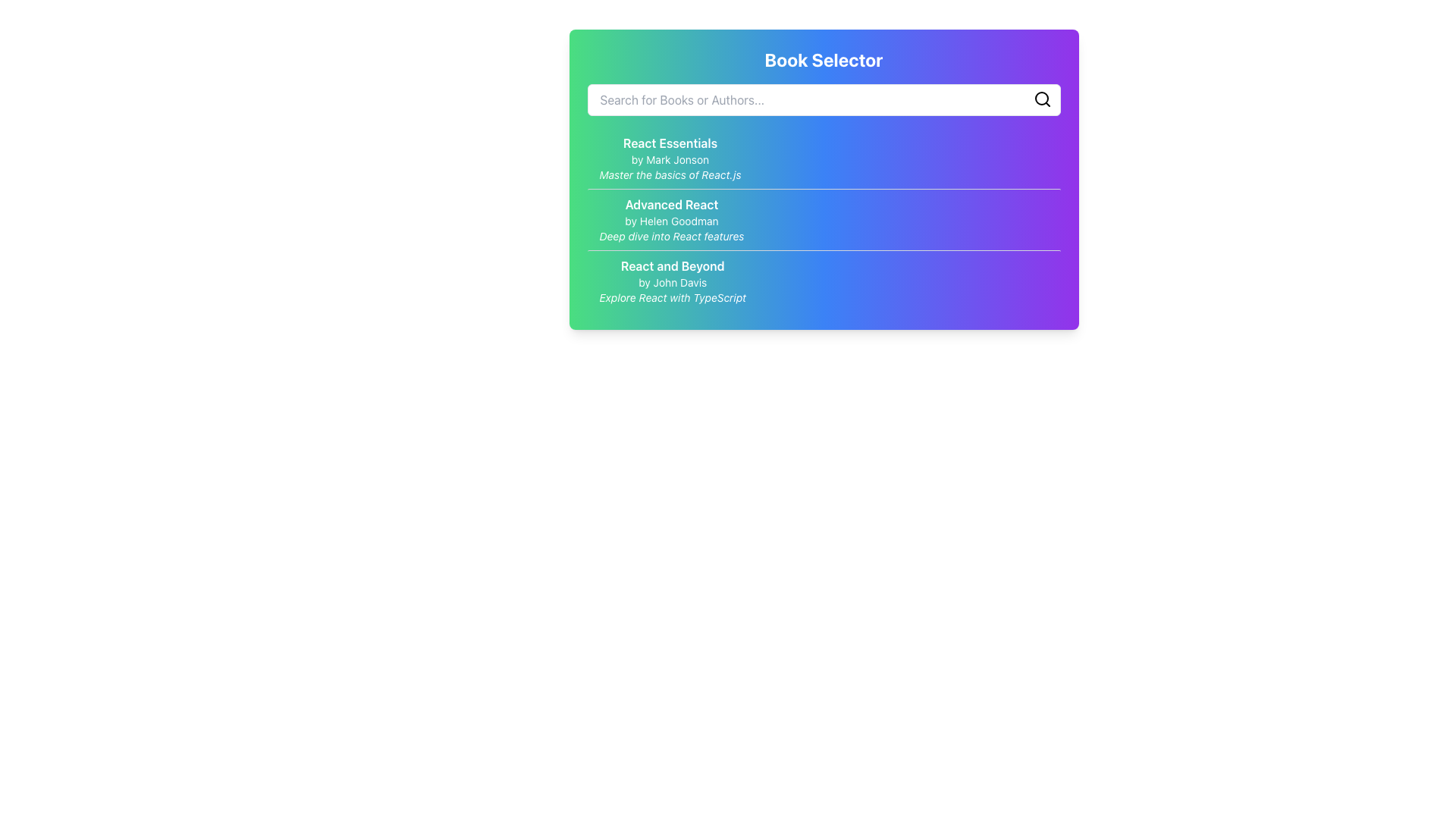 This screenshot has width=1456, height=819. Describe the element at coordinates (823, 178) in the screenshot. I see `the book entries within the card or panel that presents a selectable list of books, located centrally in the interface` at that location.